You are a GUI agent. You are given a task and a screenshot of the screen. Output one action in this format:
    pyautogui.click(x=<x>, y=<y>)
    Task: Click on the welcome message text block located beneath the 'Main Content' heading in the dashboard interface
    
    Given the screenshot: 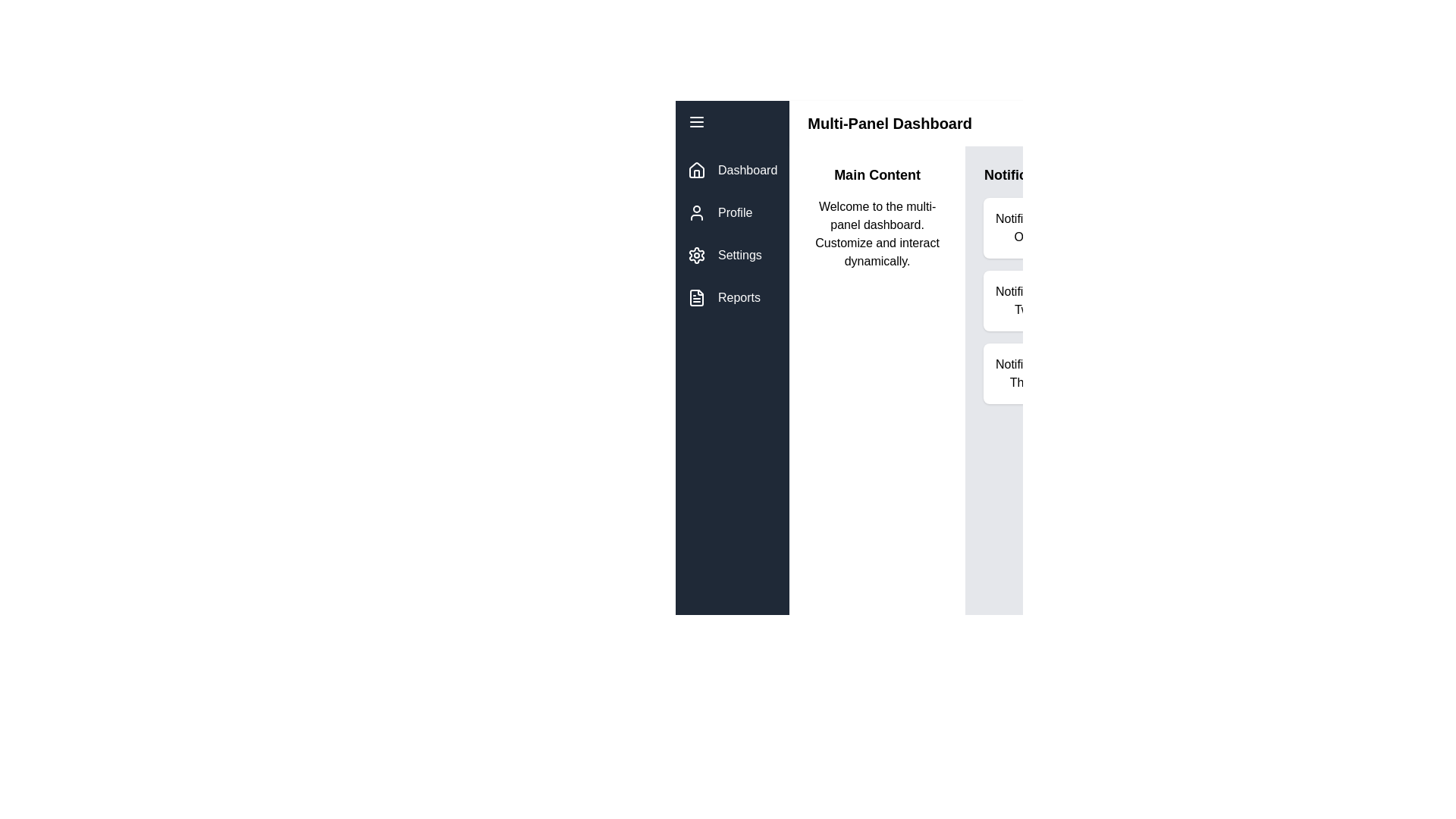 What is the action you would take?
    pyautogui.click(x=877, y=234)
    